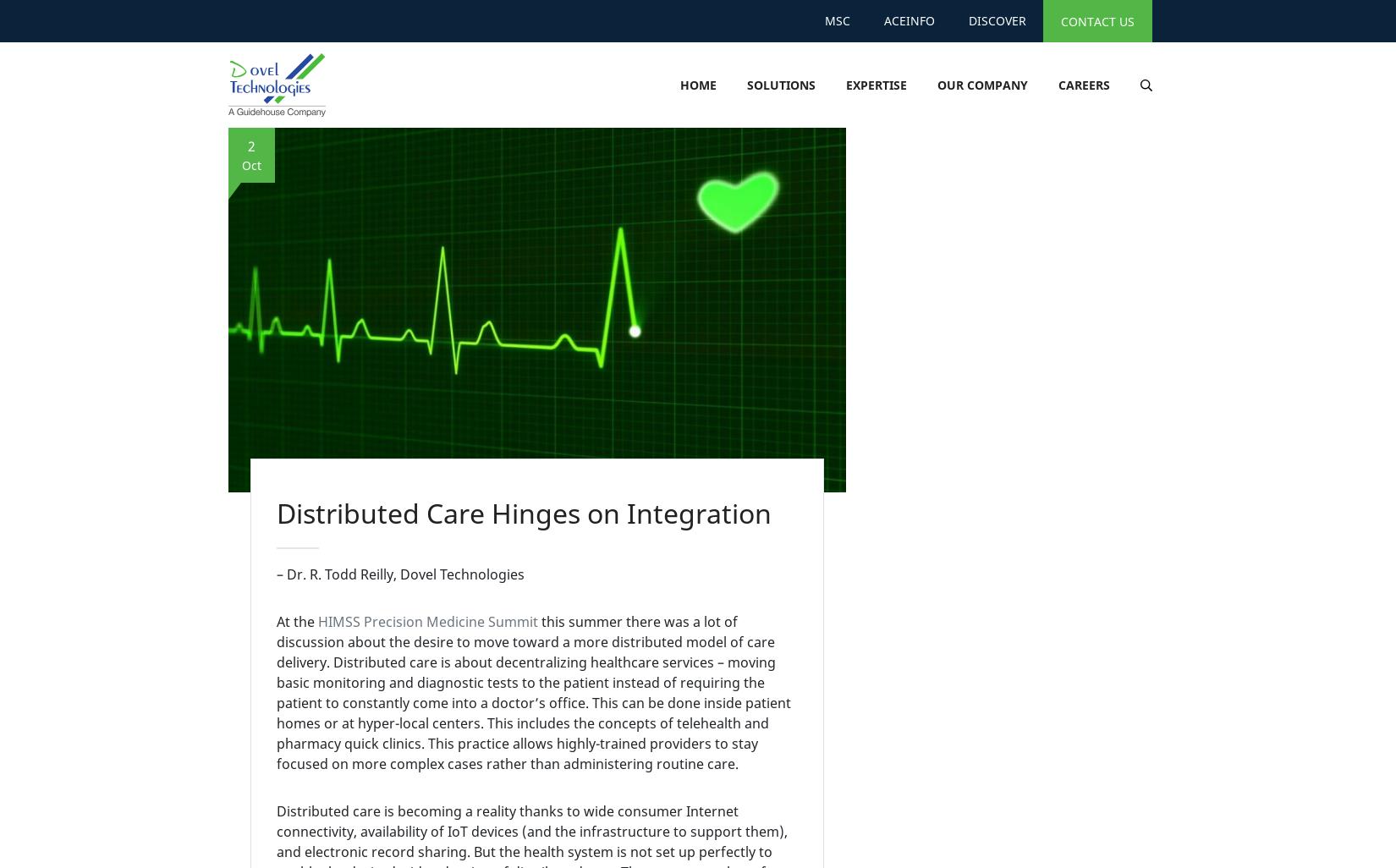 The height and width of the screenshot is (868, 1396). I want to click on 'Careers', so click(1083, 84).